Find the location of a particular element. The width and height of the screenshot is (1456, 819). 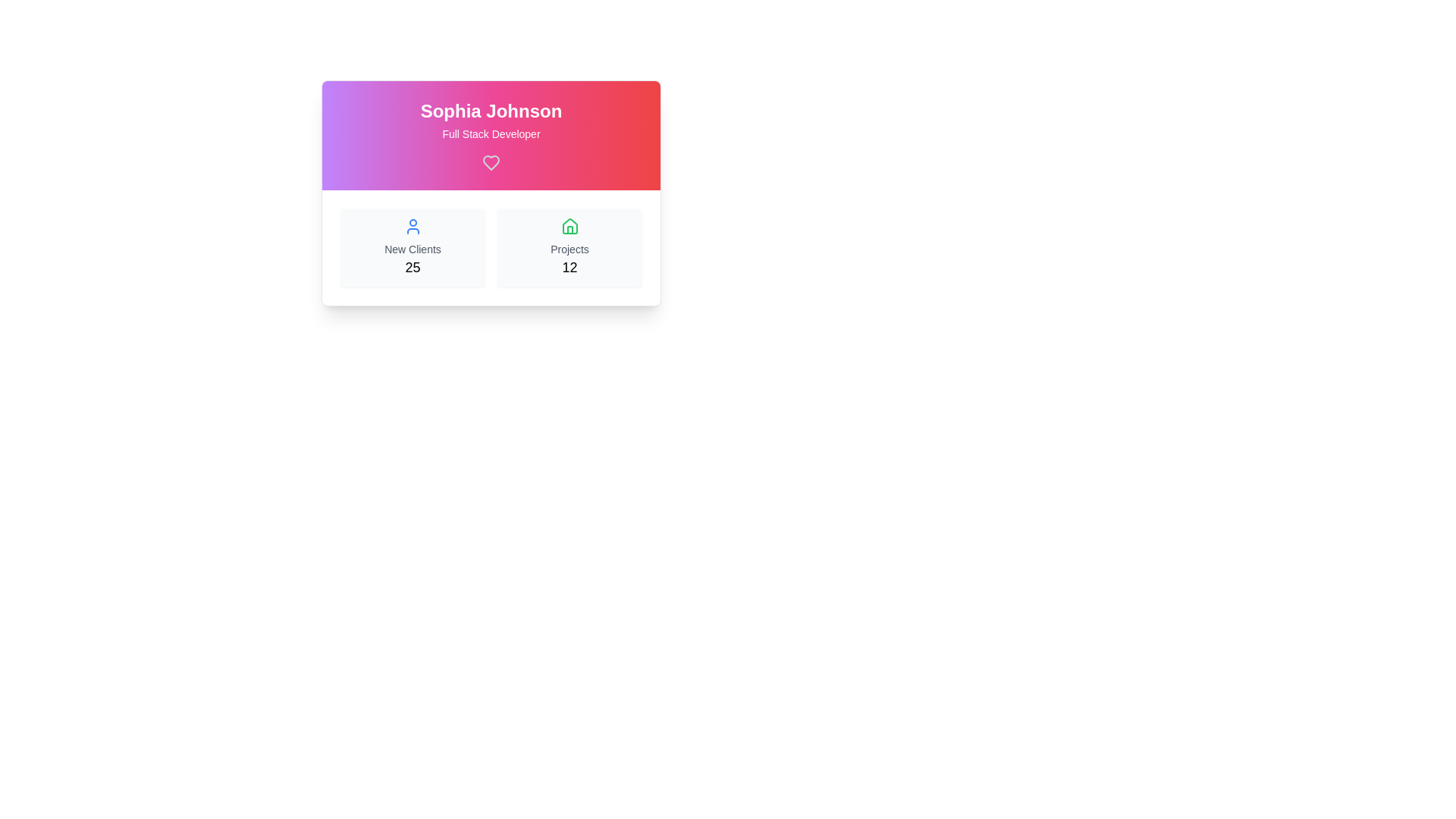

the text displaying 'Sophia Johnson' in bold white font, located at the top center of the profile card with a vibrant gradient background is located at coordinates (491, 110).